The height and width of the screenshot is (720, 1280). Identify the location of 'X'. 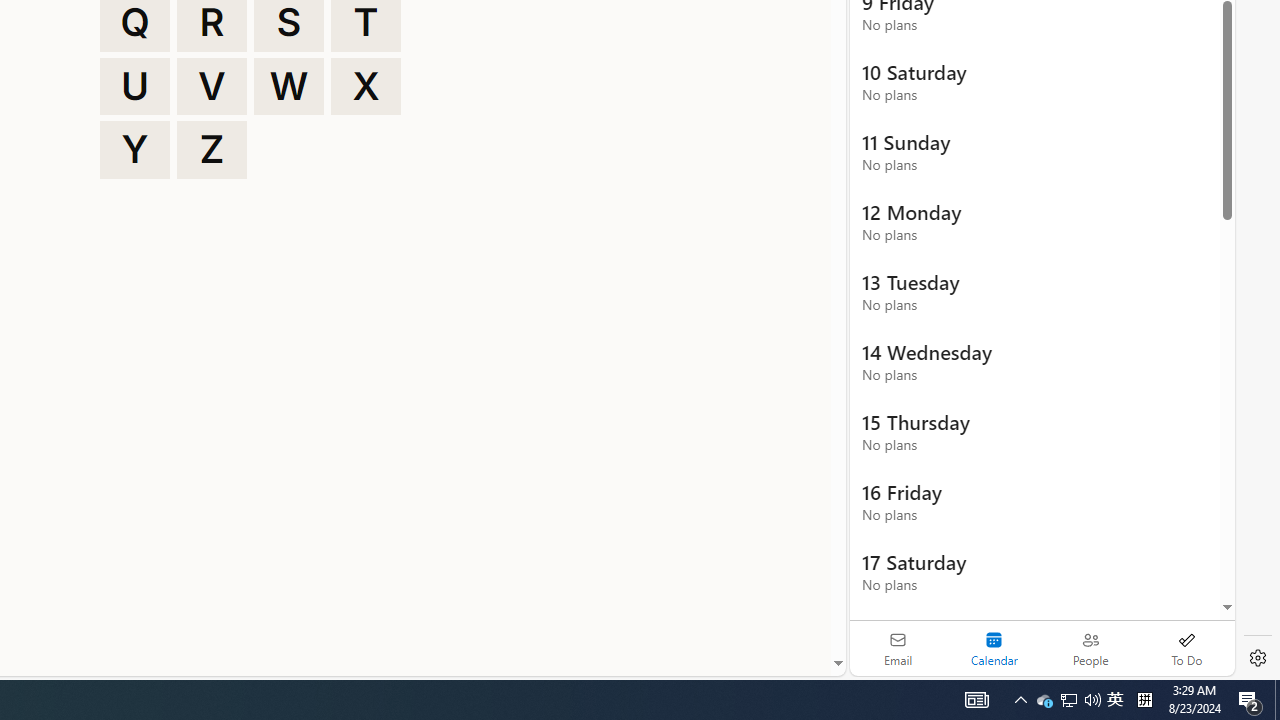
(366, 85).